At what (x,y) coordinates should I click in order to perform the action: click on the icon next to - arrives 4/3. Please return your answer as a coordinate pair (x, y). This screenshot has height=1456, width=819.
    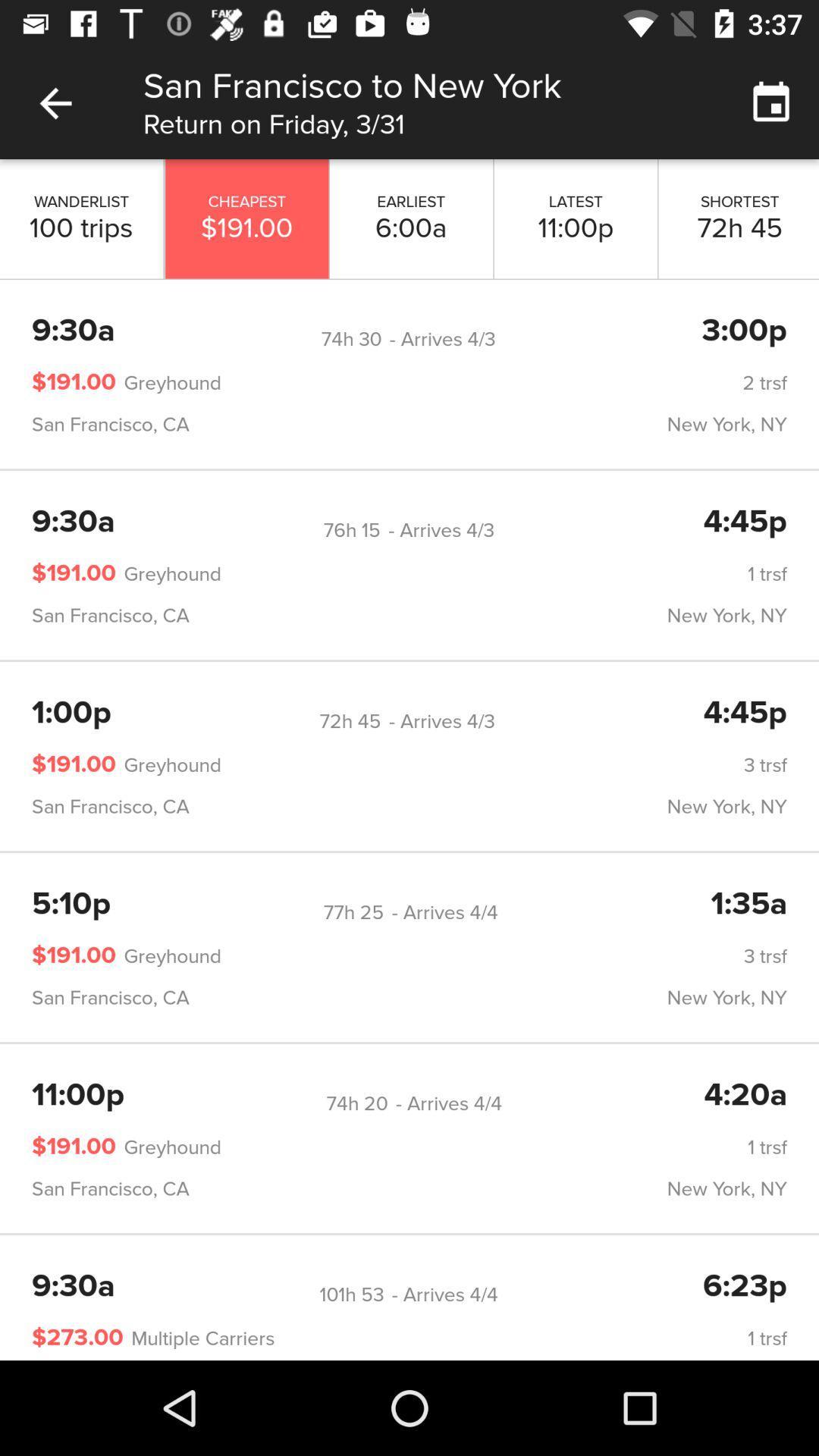
    Looking at the image, I should click on (351, 338).